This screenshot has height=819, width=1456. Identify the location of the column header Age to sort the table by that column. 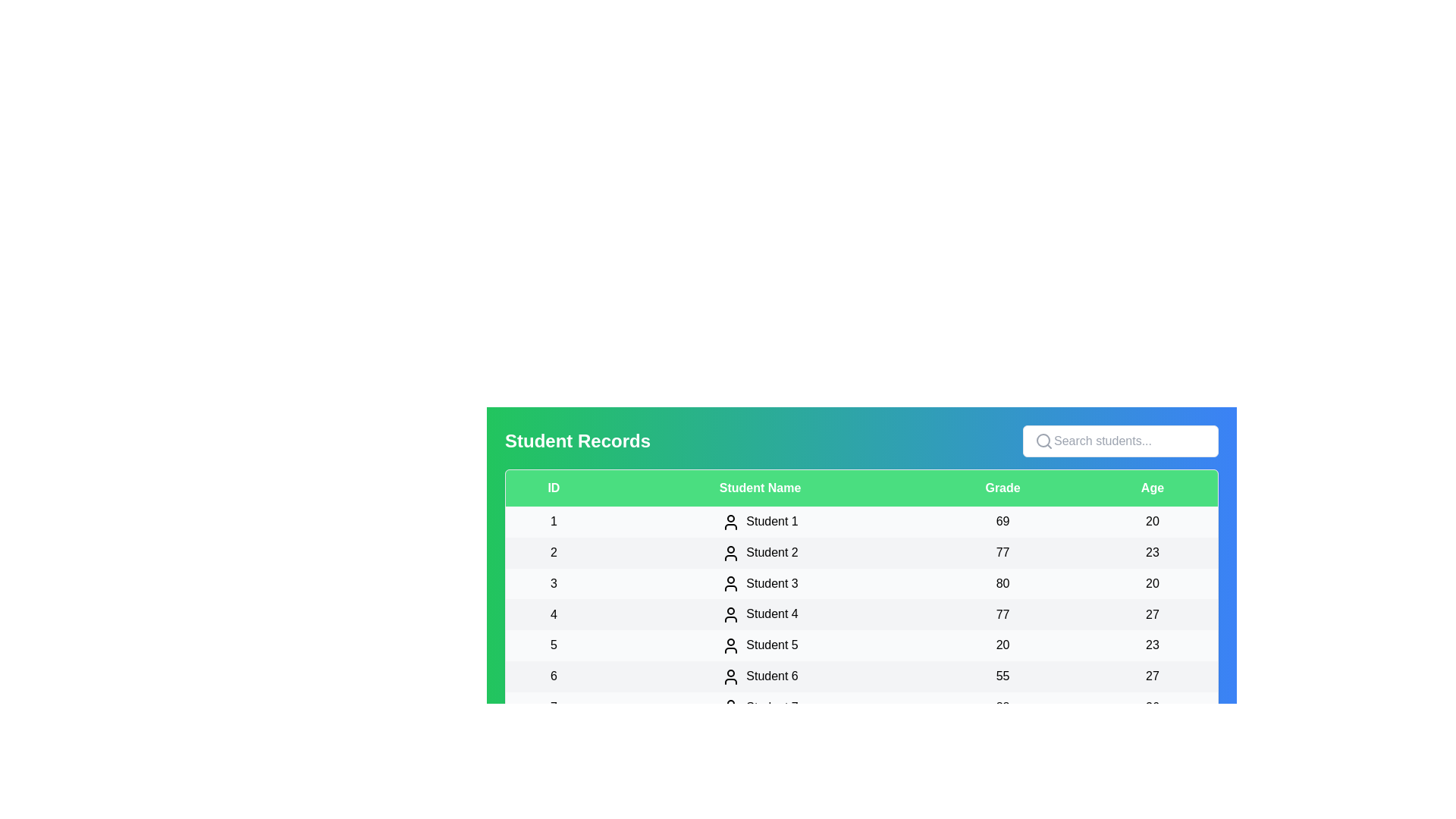
(1151, 488).